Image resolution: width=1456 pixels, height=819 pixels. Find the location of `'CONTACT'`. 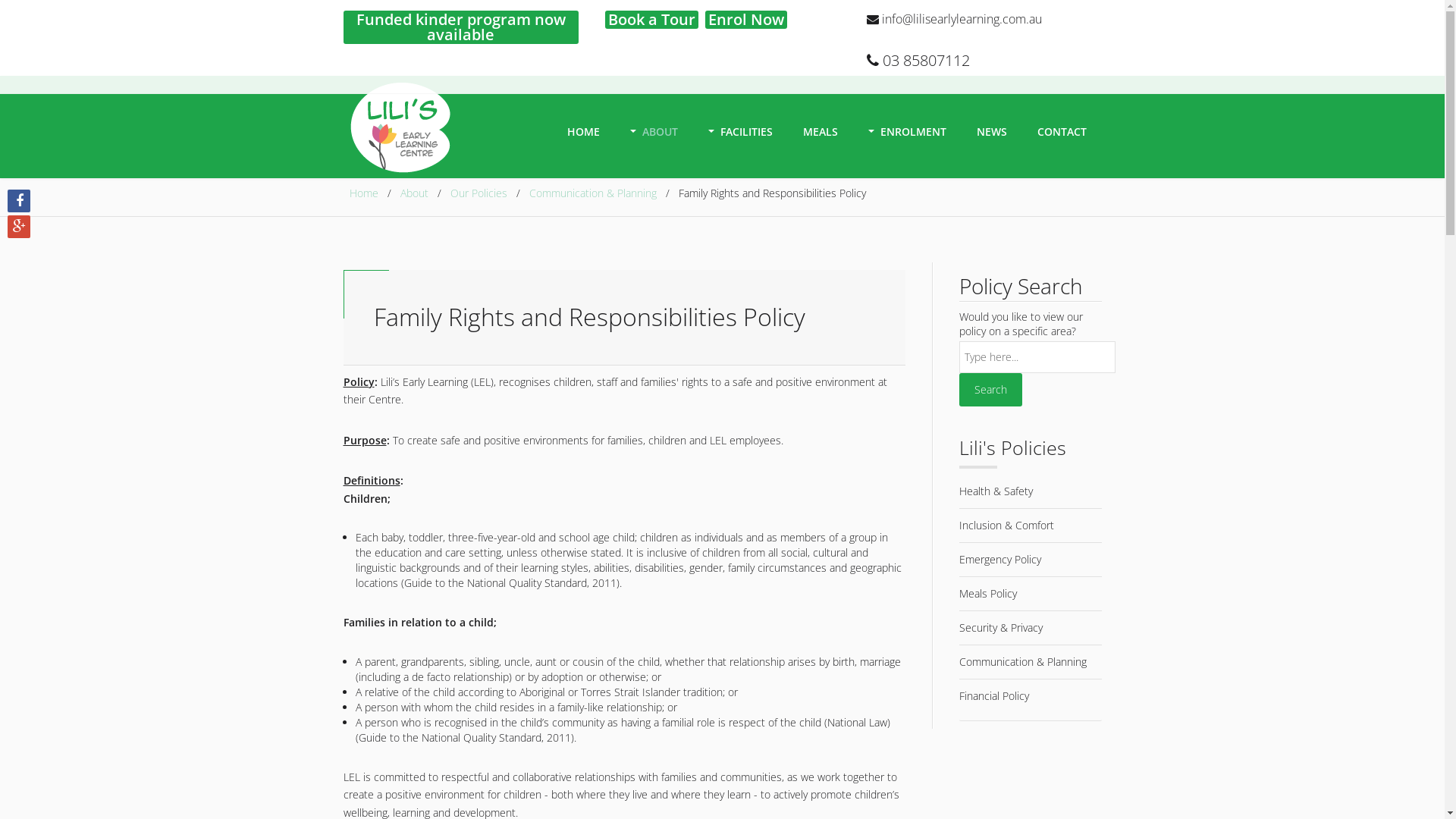

'CONTACT' is located at coordinates (1022, 127).